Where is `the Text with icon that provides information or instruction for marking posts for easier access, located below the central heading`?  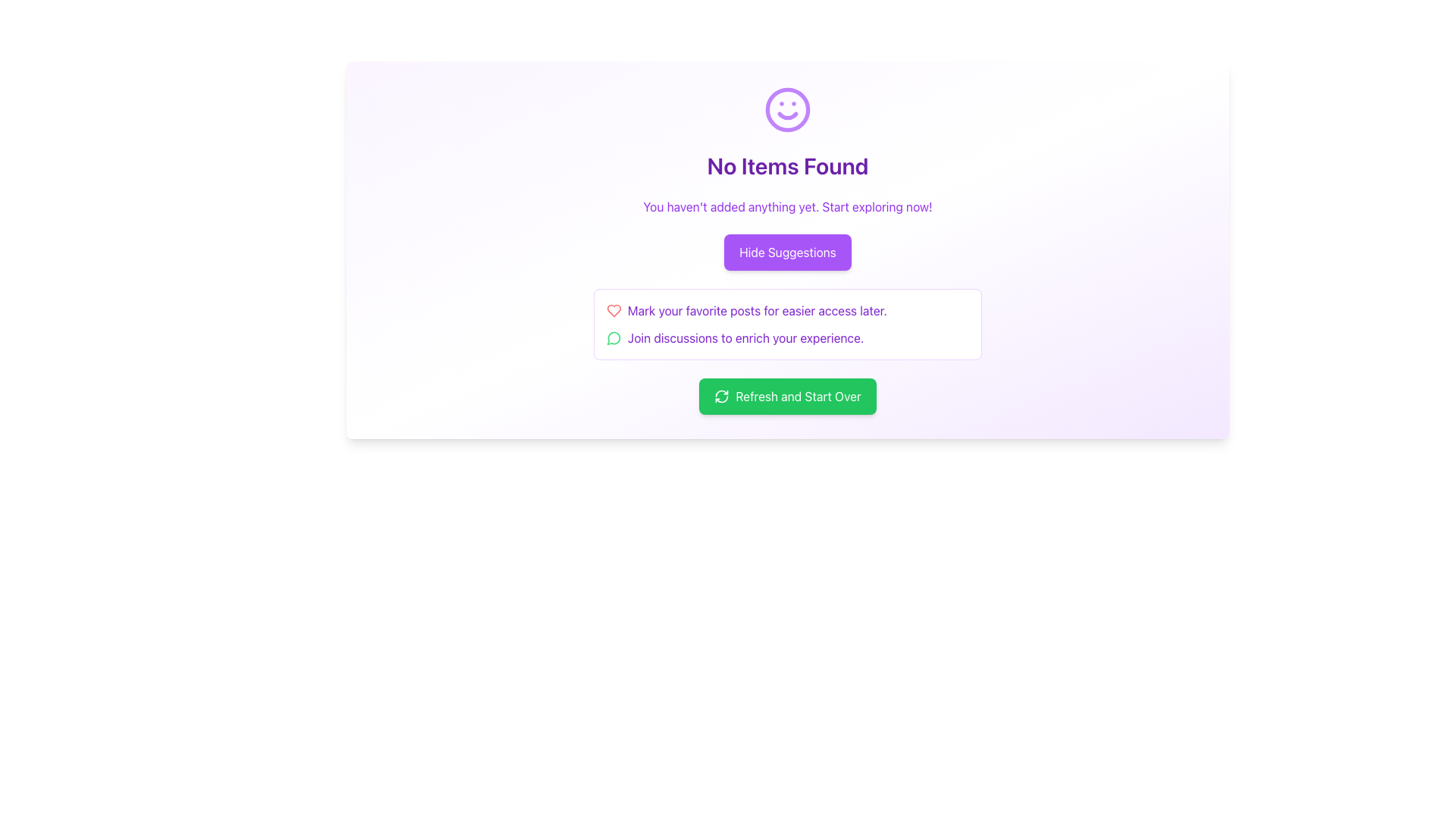 the Text with icon that provides information or instruction for marking posts for easier access, located below the central heading is located at coordinates (787, 309).